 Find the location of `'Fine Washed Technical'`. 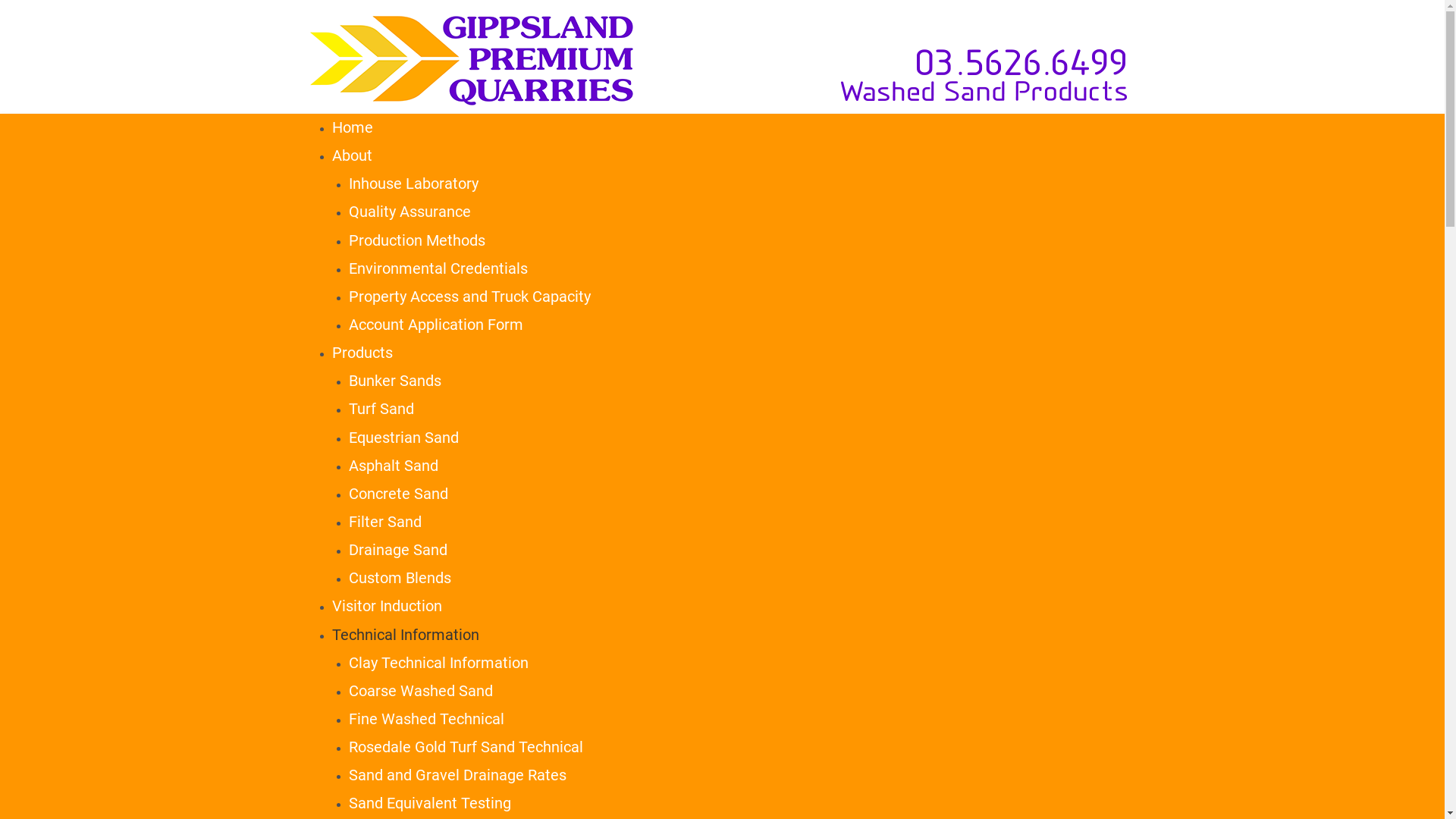

'Fine Washed Technical' is located at coordinates (348, 718).